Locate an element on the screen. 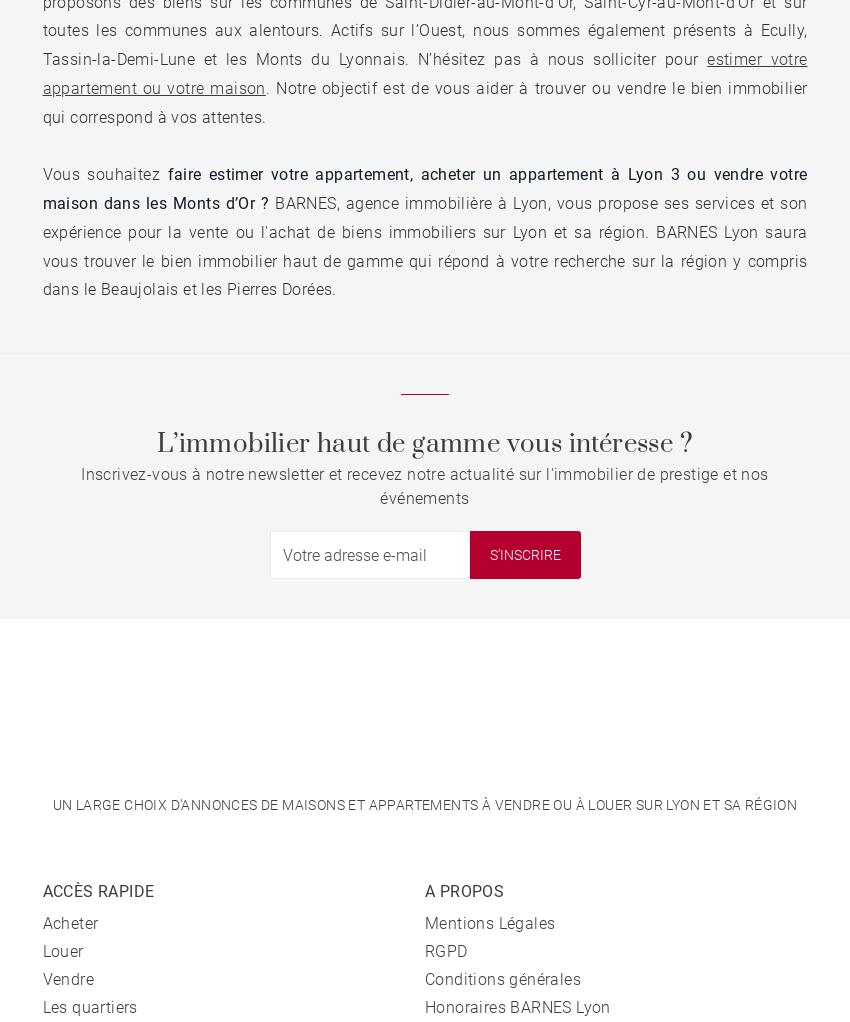 The width and height of the screenshot is (850, 1022). 'Conditions générales' is located at coordinates (503, 978).